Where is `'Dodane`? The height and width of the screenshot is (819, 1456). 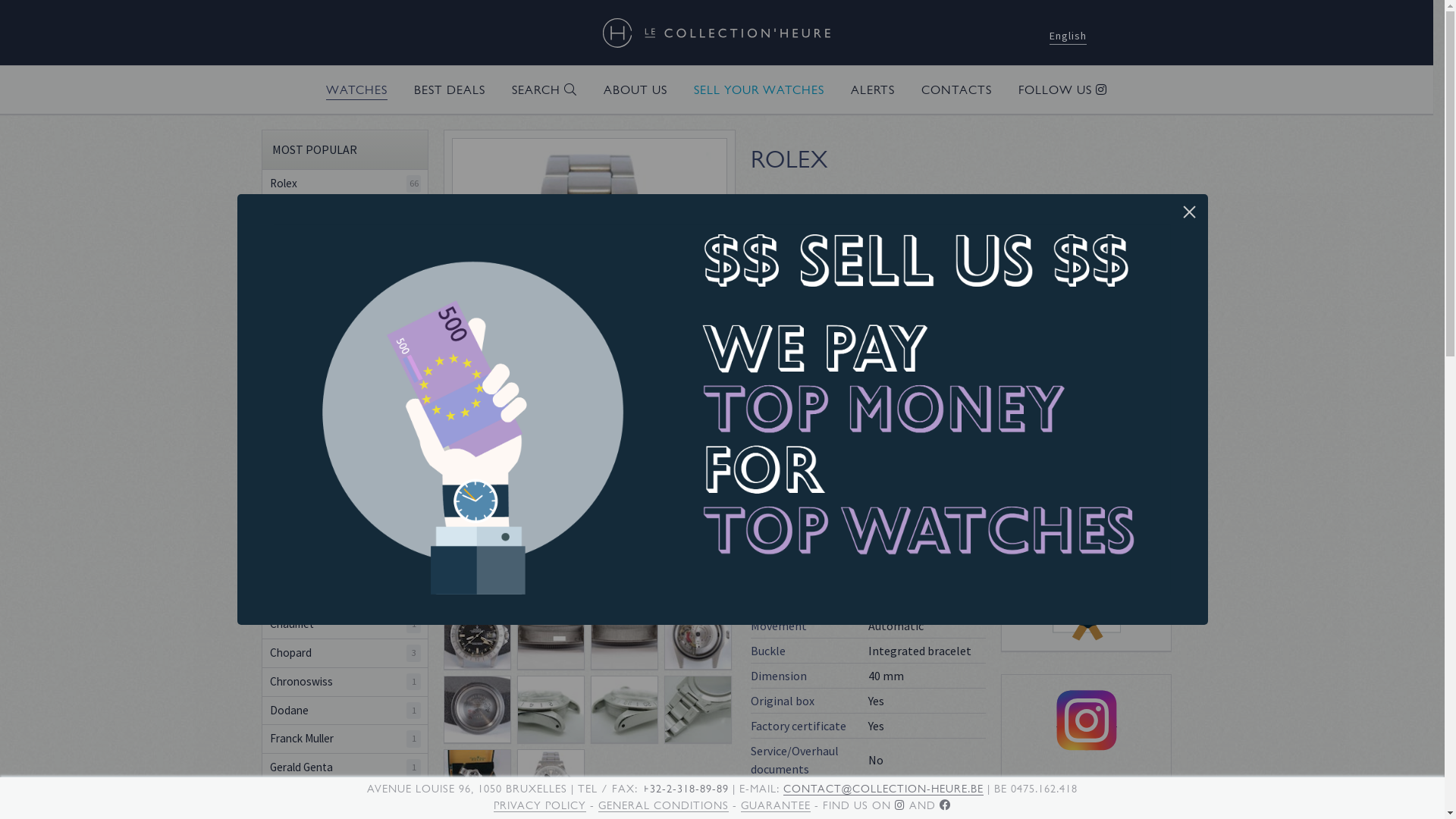 'Dodane is located at coordinates (344, 711).